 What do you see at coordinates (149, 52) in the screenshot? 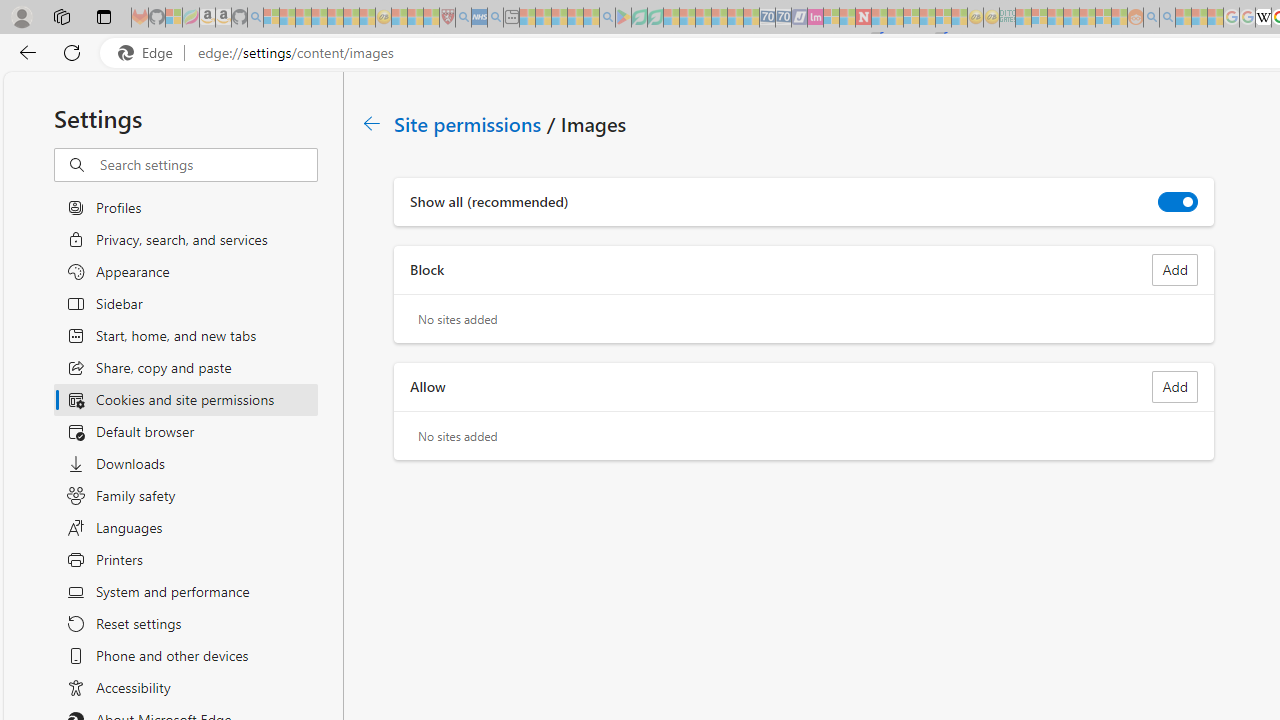
I see `'Edge'` at bounding box center [149, 52].